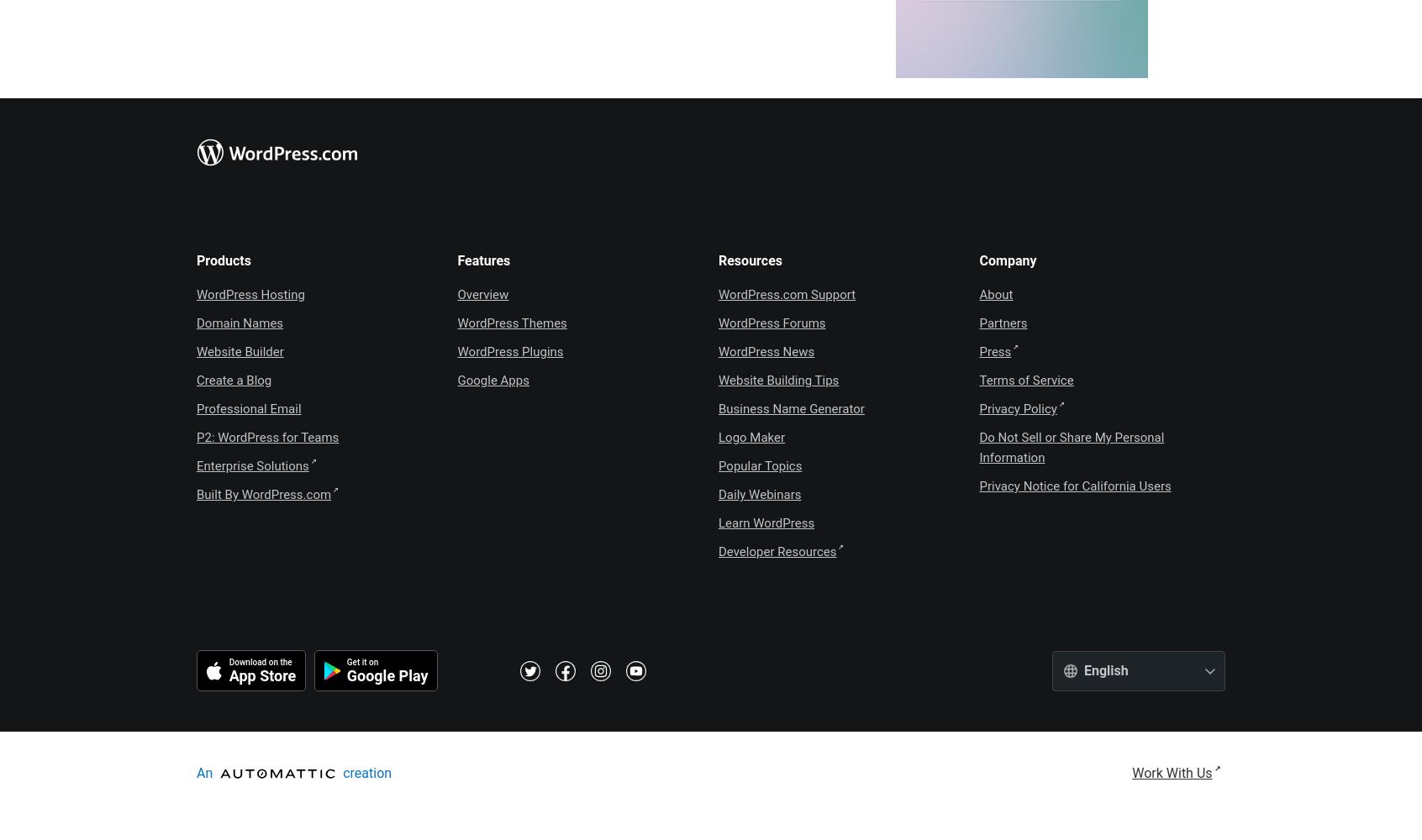  I want to click on 'Get it on', so click(361, 662).